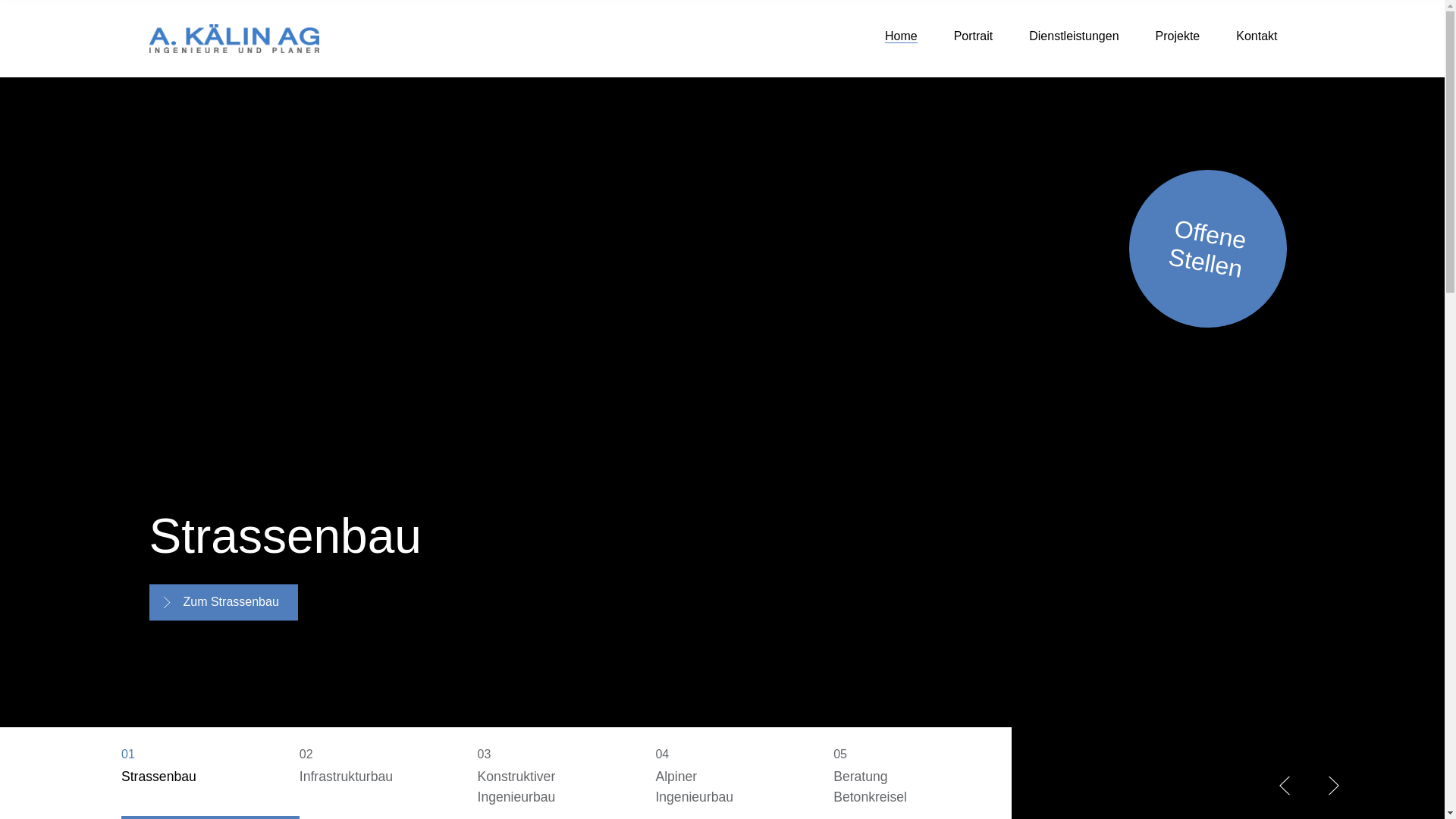 The width and height of the screenshot is (1456, 819). Describe the element at coordinates (1073, 35) in the screenshot. I see `'Dienstleistungen'` at that location.